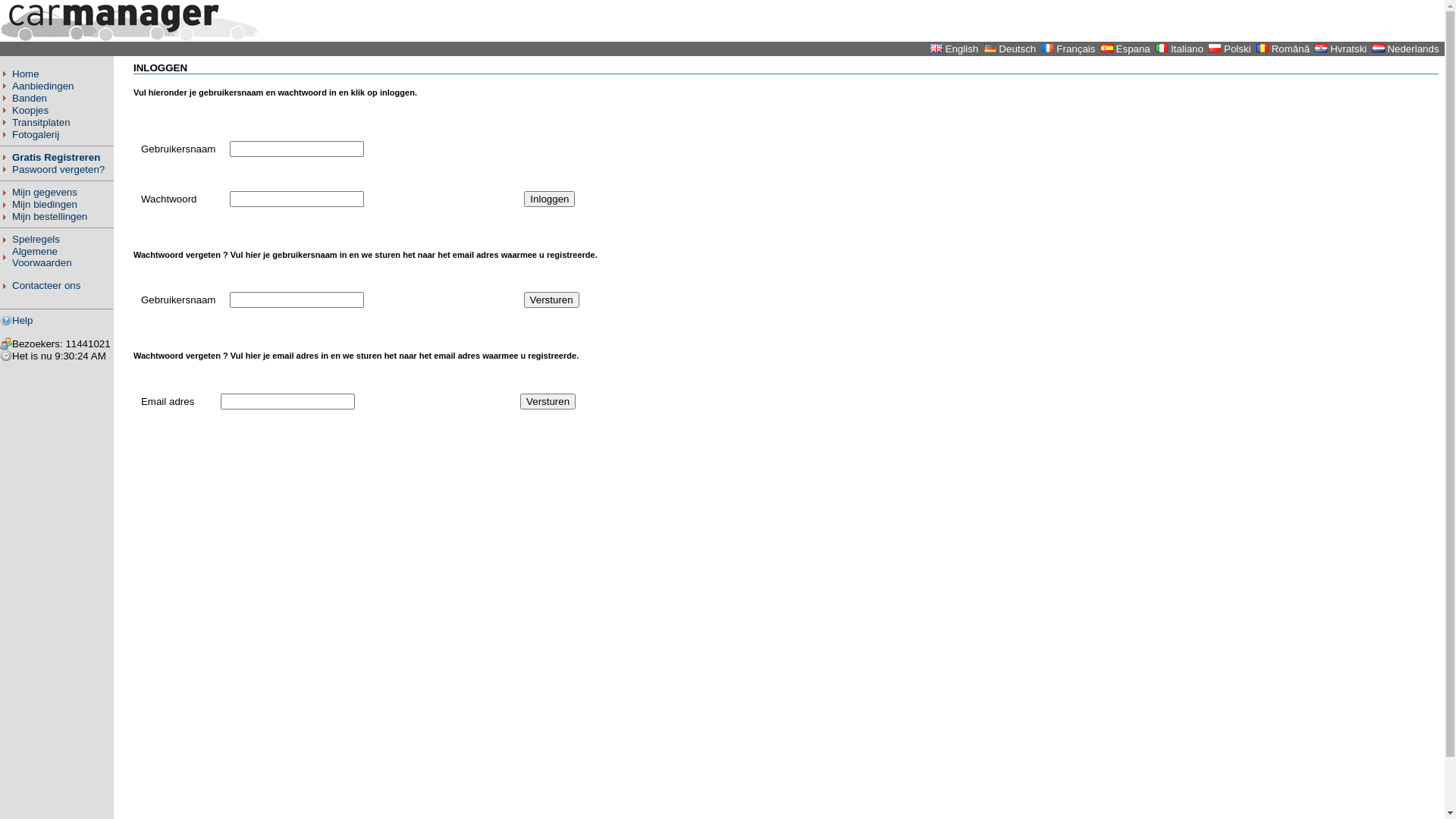 The width and height of the screenshot is (1456, 819). What do you see at coordinates (551, 300) in the screenshot?
I see `'Versturen'` at bounding box center [551, 300].